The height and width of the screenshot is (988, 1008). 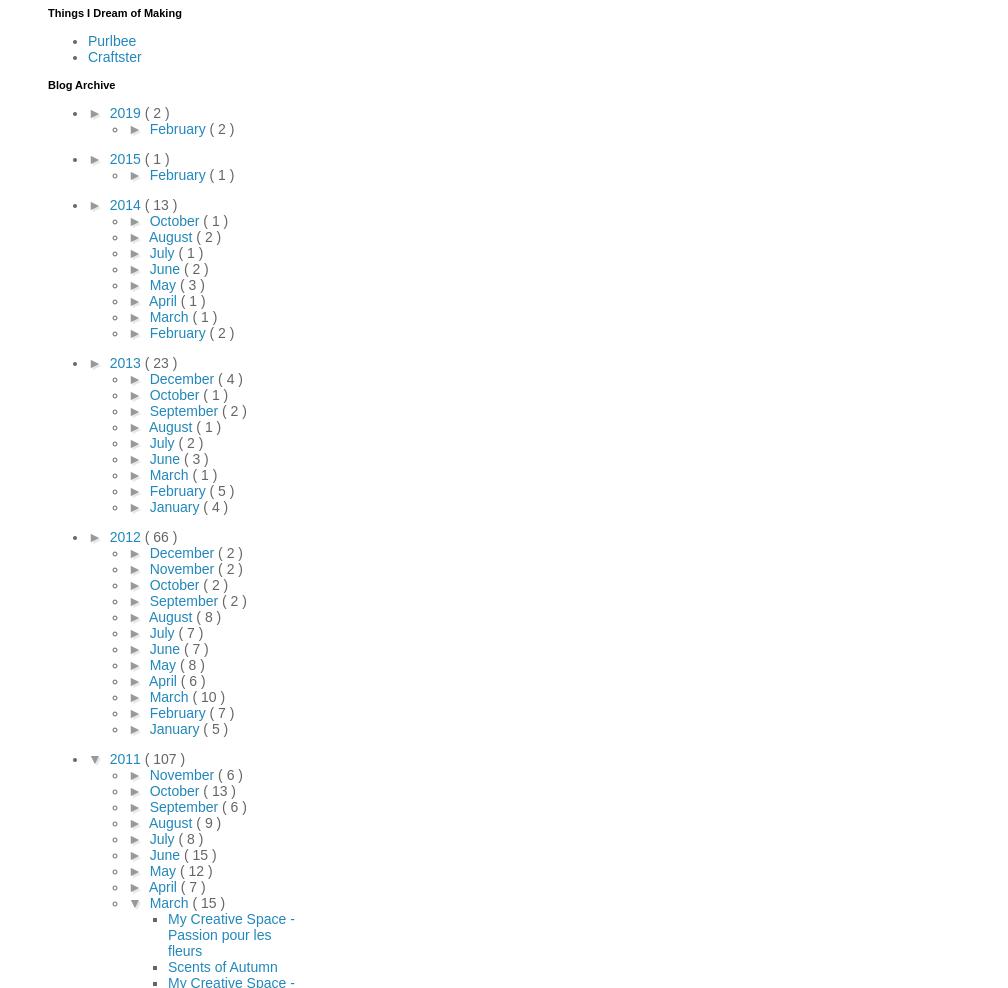 I want to click on '(
              9
              )', so click(x=208, y=822).